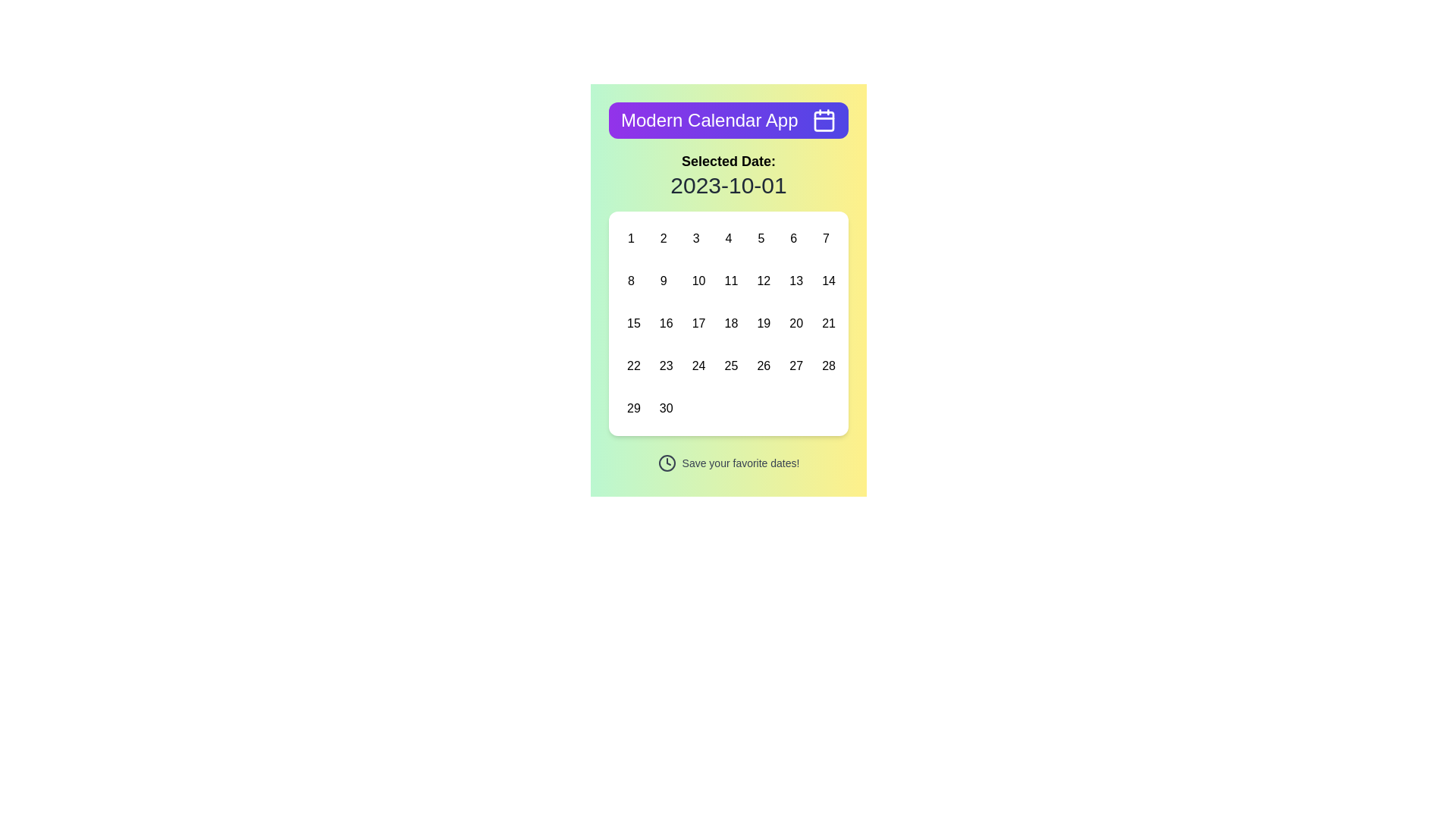  I want to click on the button representing the 23rd day of the month in the calendar grid, so click(664, 366).